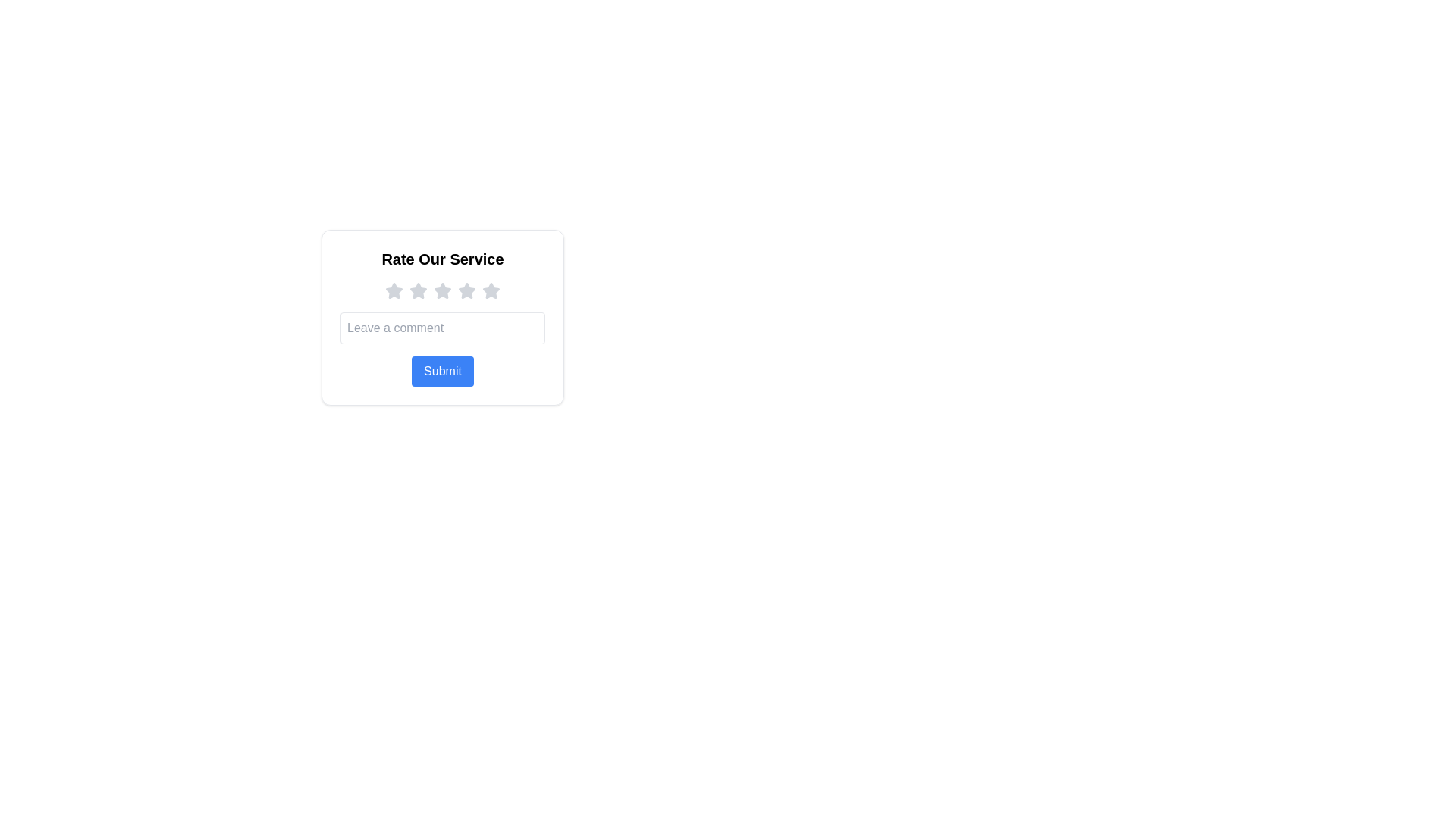  I want to click on the gray star-shaped icon with a hollow outline, which is the third star in a horizontal set of five star icons, so click(442, 290).